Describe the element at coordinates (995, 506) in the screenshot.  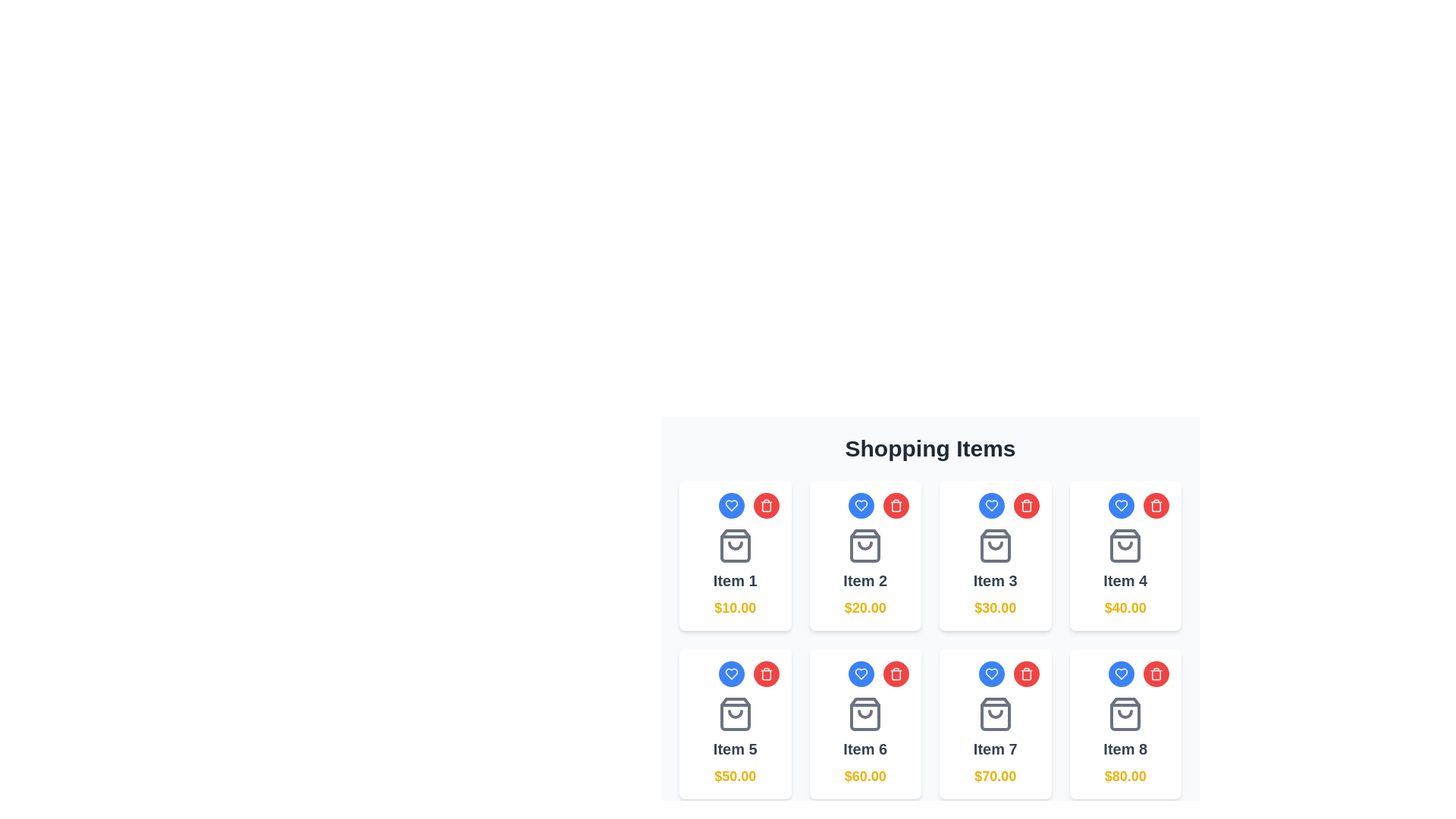
I see `the blue button in the grouped component at the top-right corner of the card labeled 'Item 3' to mark the item as a favorite` at that location.